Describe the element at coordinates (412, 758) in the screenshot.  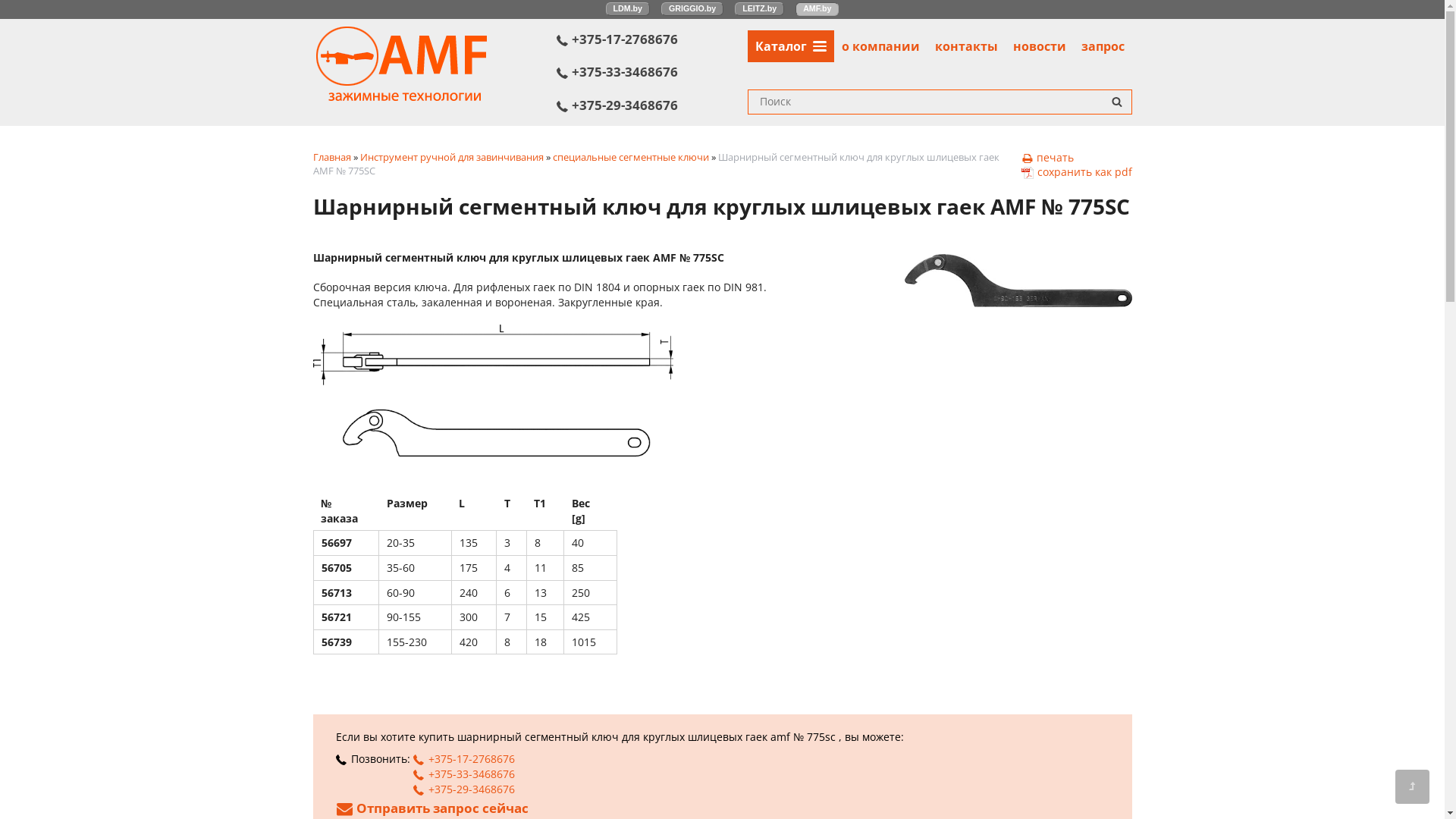
I see `'+375-17-2768676'` at that location.